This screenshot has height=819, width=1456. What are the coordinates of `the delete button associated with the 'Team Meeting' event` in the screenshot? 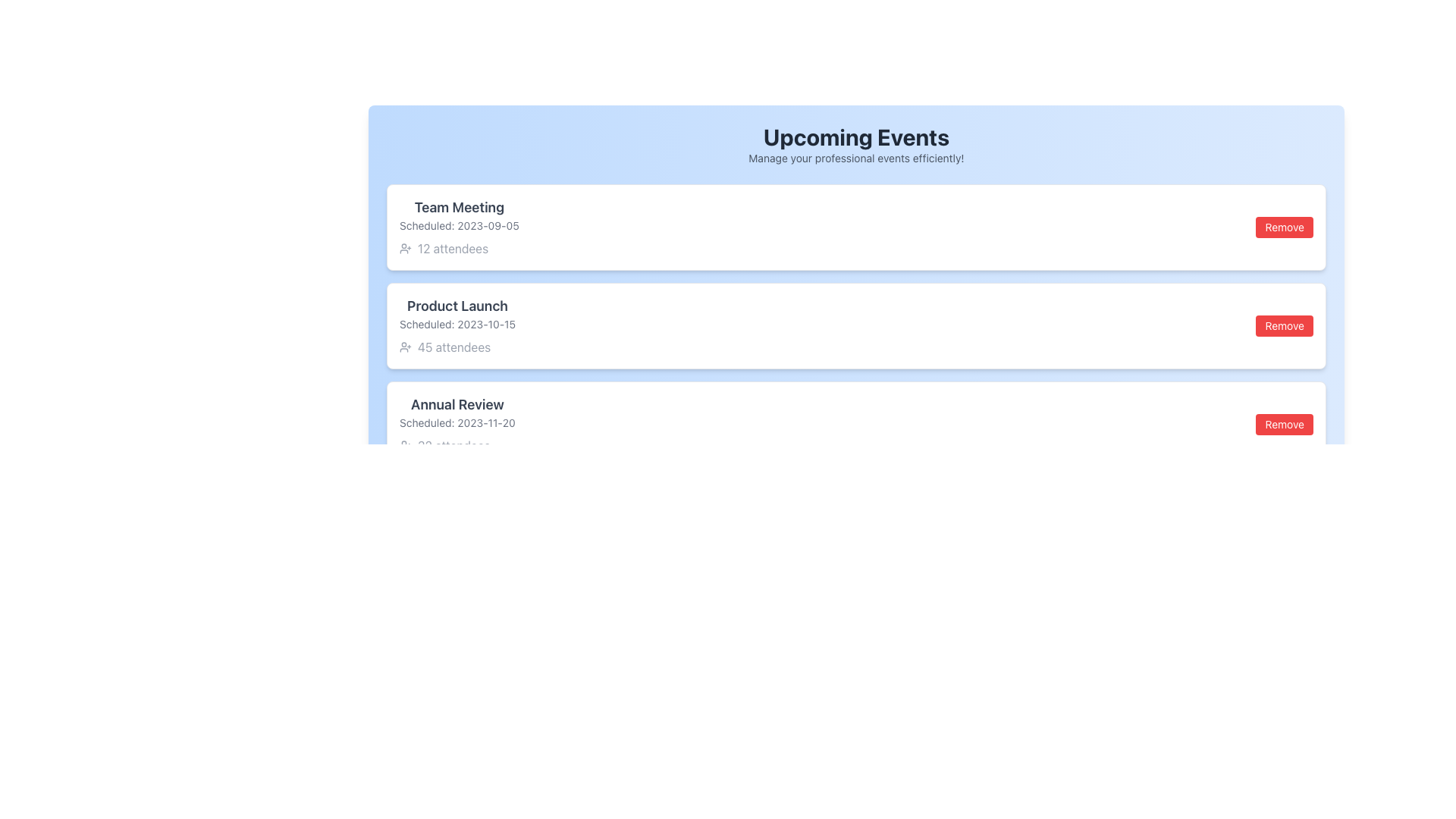 It's located at (1284, 227).